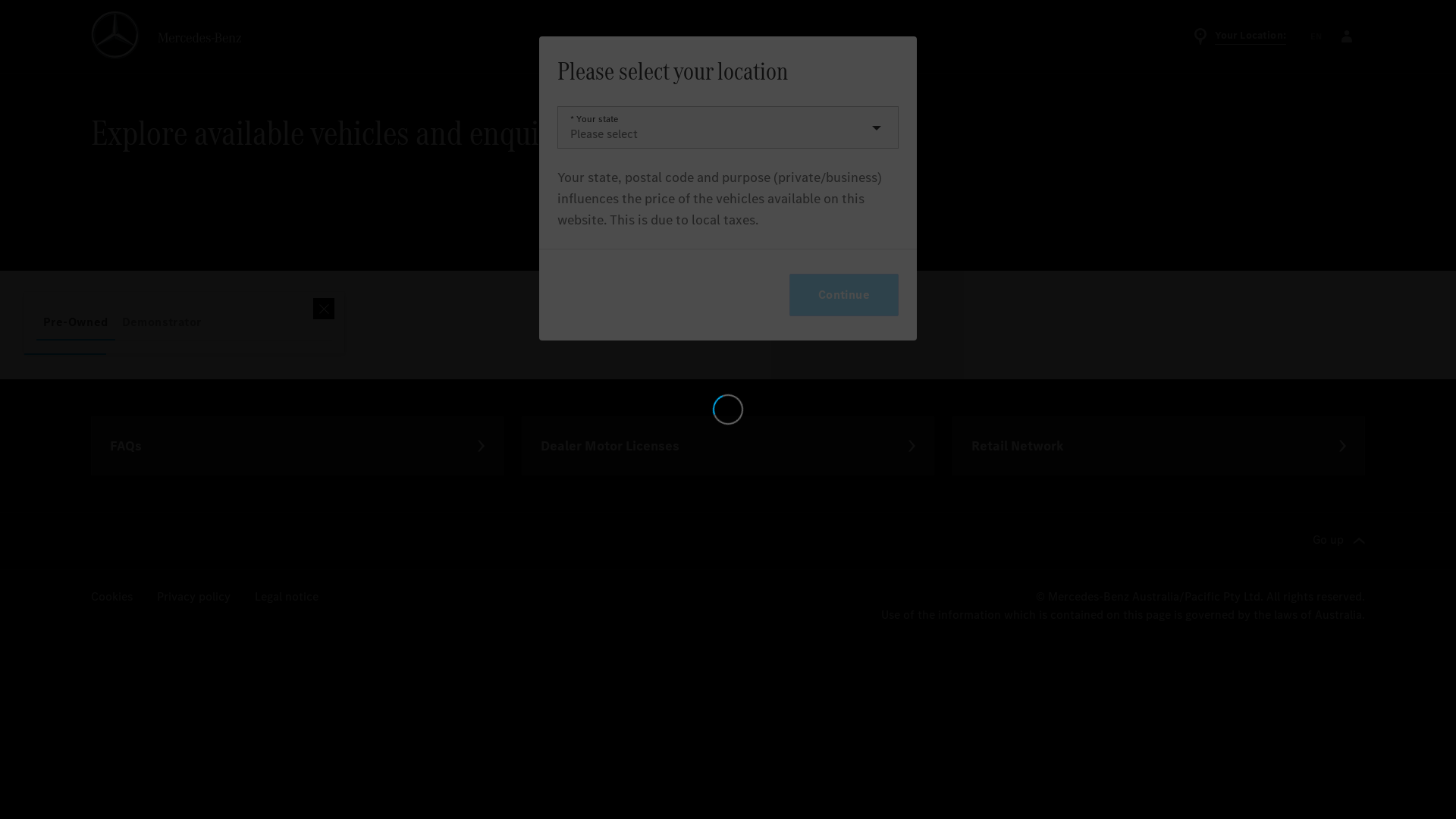  Describe the element at coordinates (255, 596) in the screenshot. I see `'Legal notice'` at that location.